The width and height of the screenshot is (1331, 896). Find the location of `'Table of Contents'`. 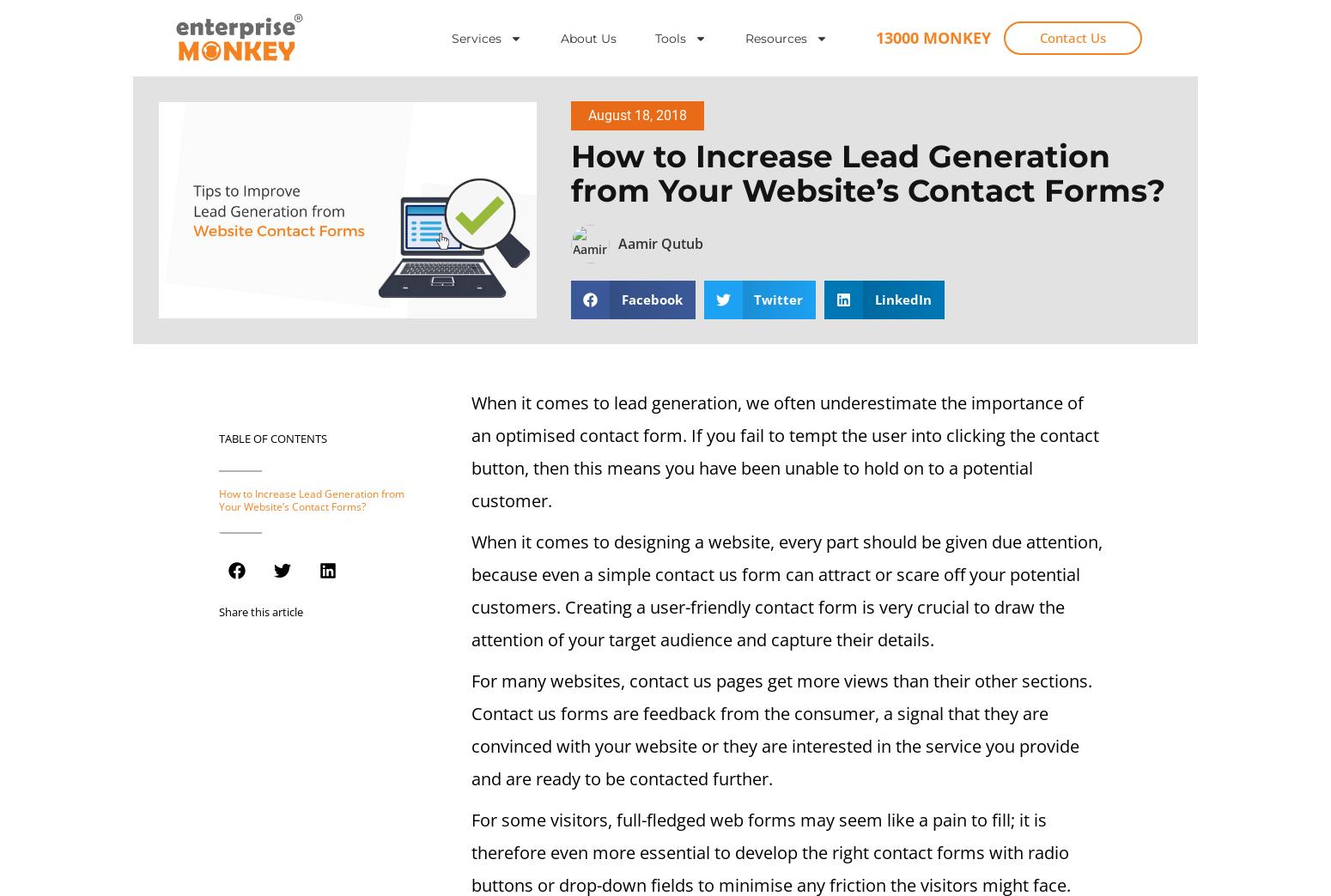

'Table of Contents' is located at coordinates (272, 437).